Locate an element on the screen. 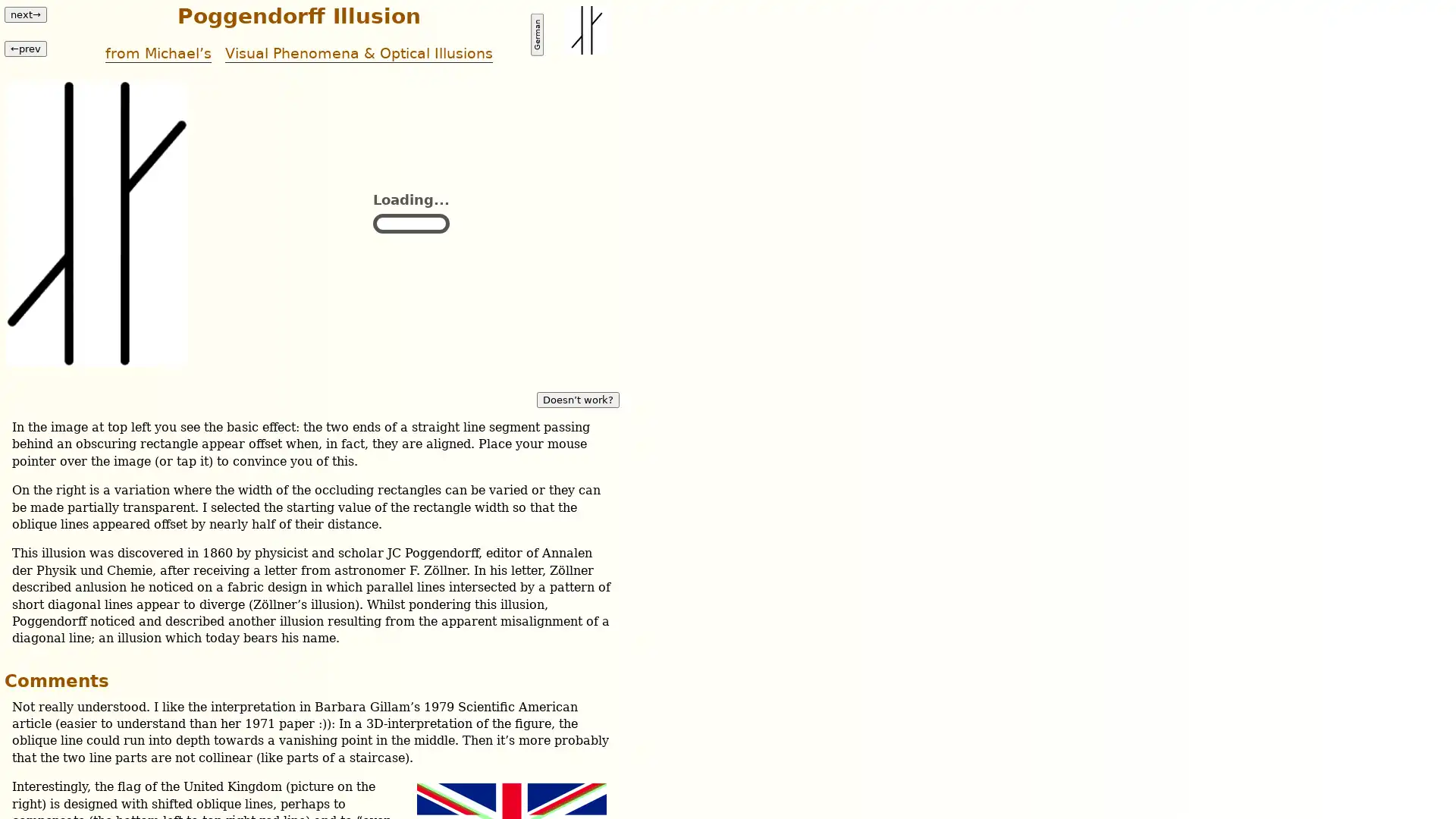 The image size is (1456, 819). German is located at coordinates (537, 34).